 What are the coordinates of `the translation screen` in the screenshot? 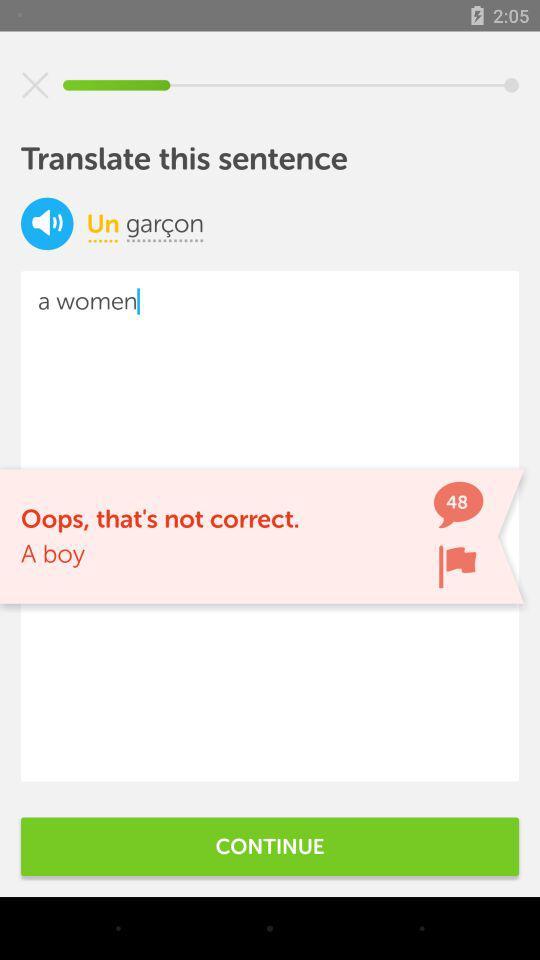 It's located at (35, 85).